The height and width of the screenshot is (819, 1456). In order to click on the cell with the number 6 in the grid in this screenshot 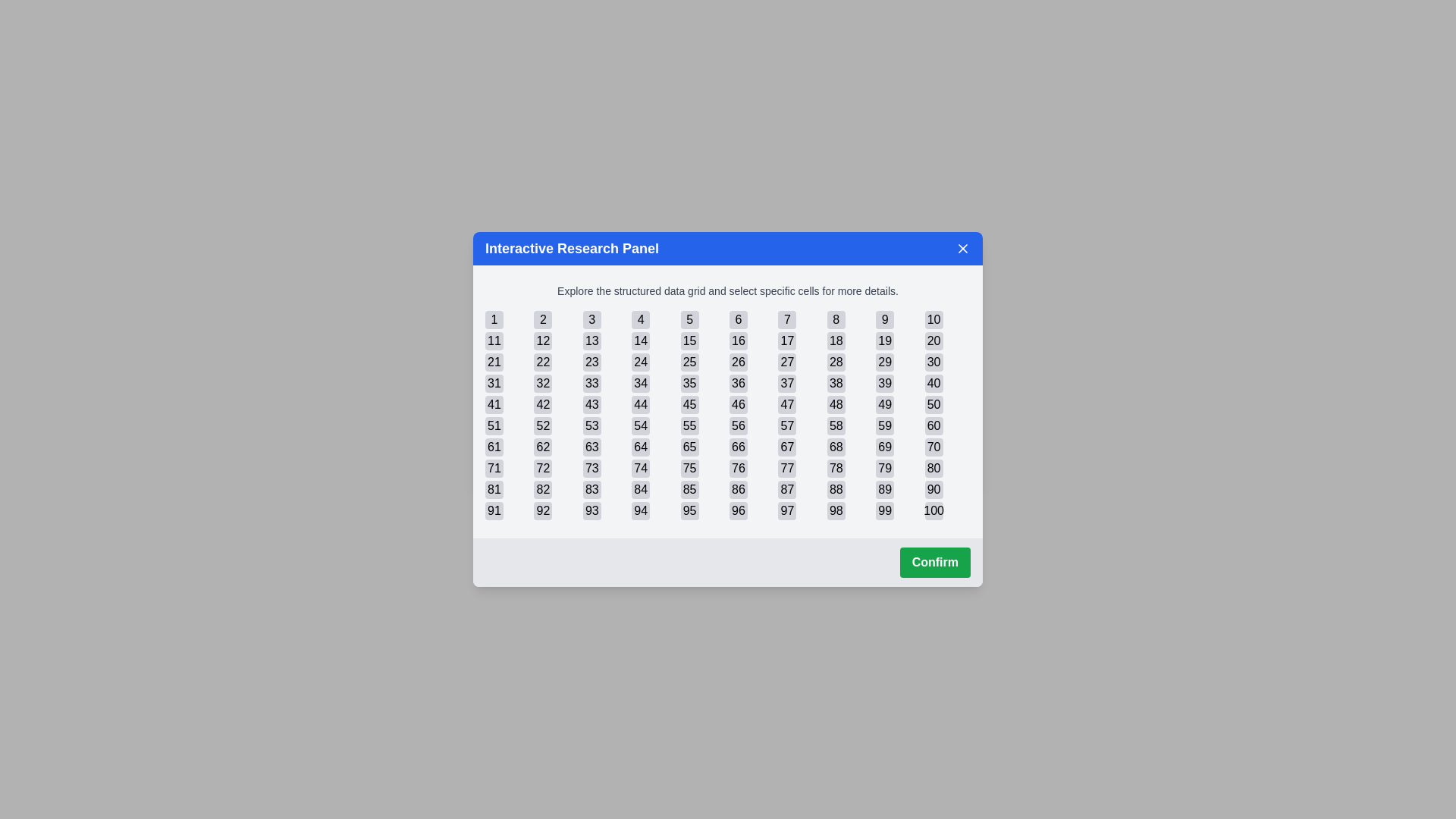, I will do `click(739, 318)`.